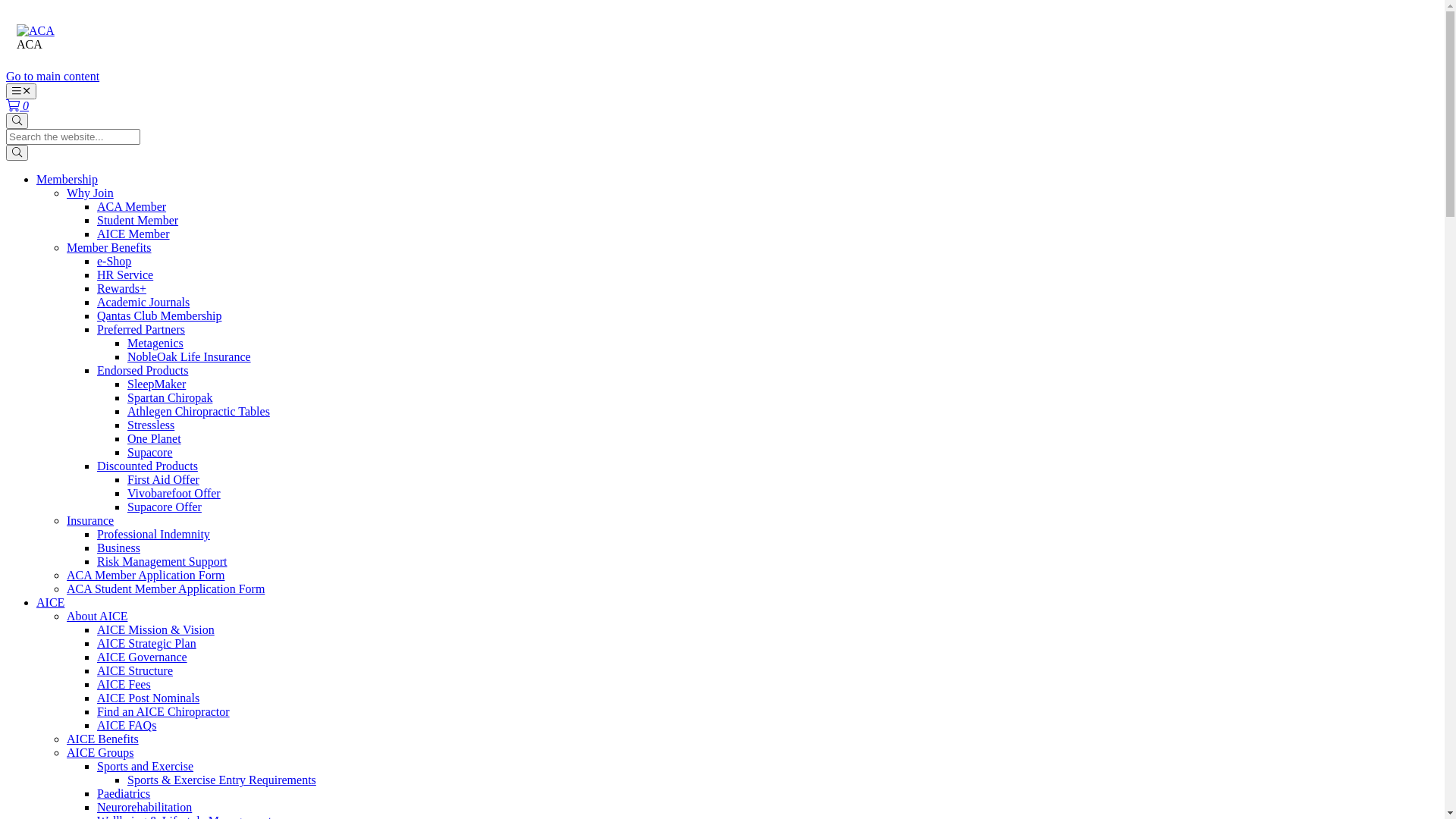 The height and width of the screenshot is (819, 1456). What do you see at coordinates (159, 315) in the screenshot?
I see `'Qantas Club Membership'` at bounding box center [159, 315].